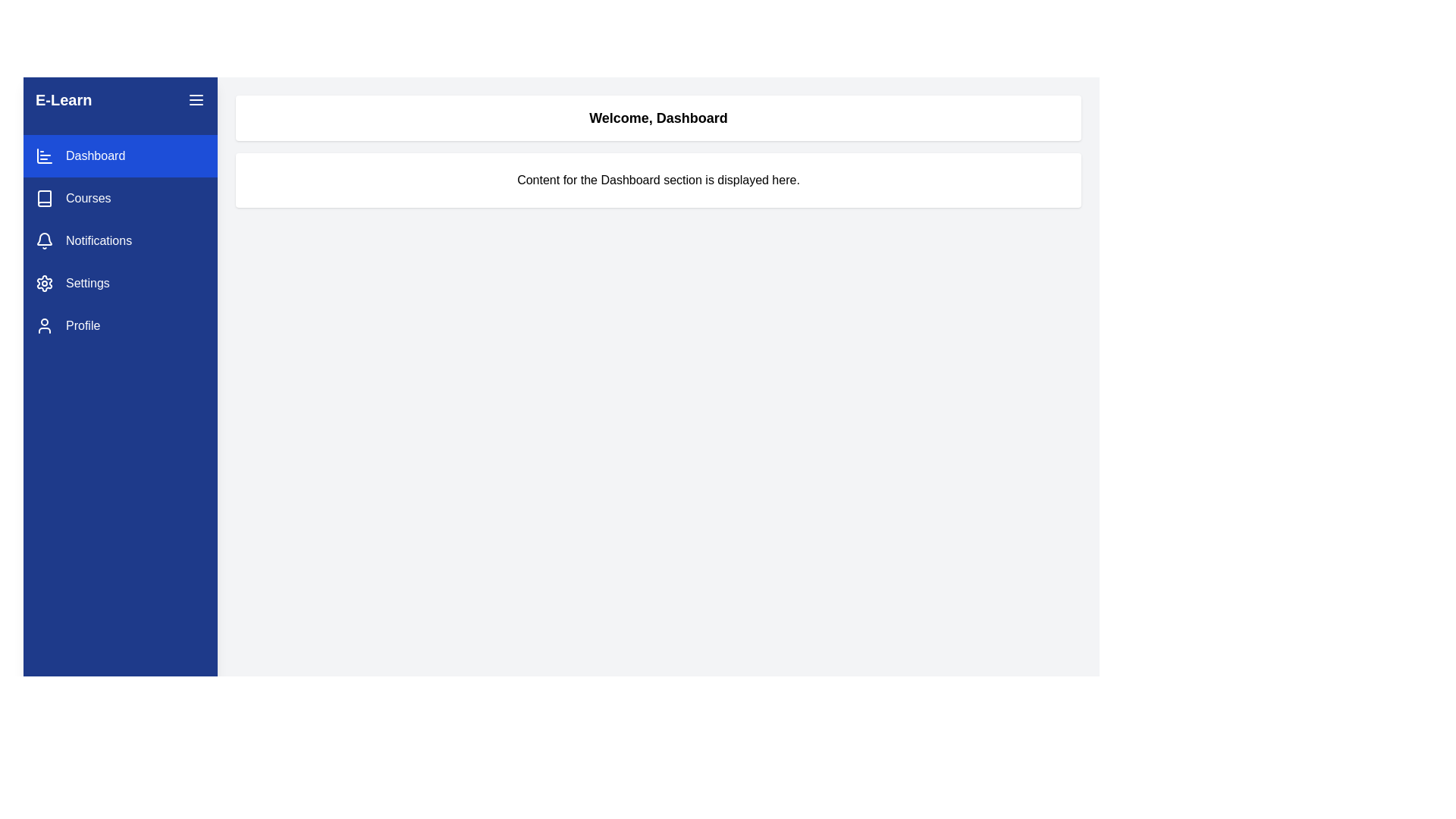 This screenshot has height=819, width=1456. Describe the element at coordinates (86, 284) in the screenshot. I see `'Settings' text label located in the left vertical navigation bar, which is positioned fourth from the top and serves as a guide to access settings-related options` at that location.